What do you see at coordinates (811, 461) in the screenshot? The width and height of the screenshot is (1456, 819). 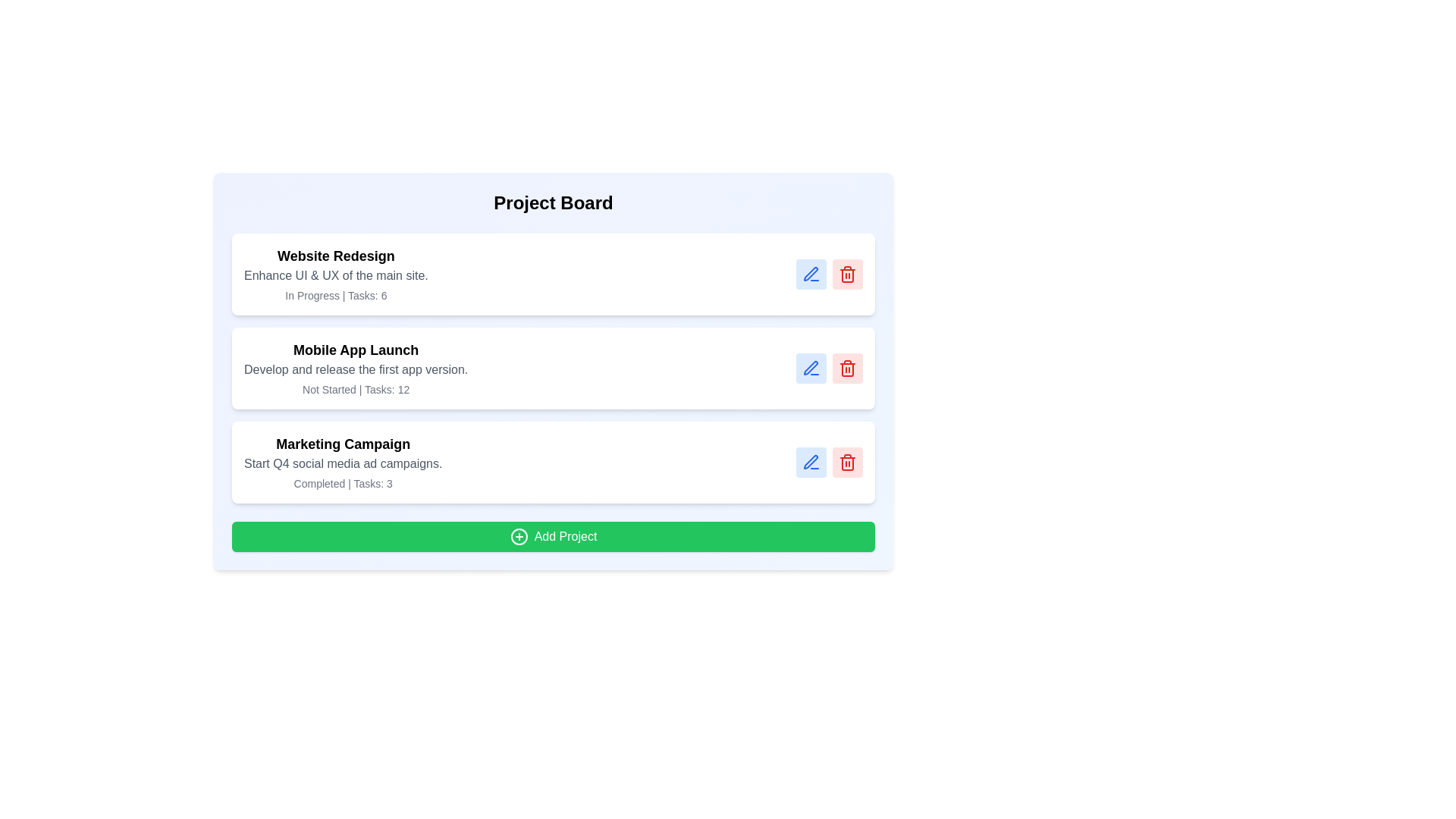 I see `the edit button for the Marketing Campaign project` at bounding box center [811, 461].